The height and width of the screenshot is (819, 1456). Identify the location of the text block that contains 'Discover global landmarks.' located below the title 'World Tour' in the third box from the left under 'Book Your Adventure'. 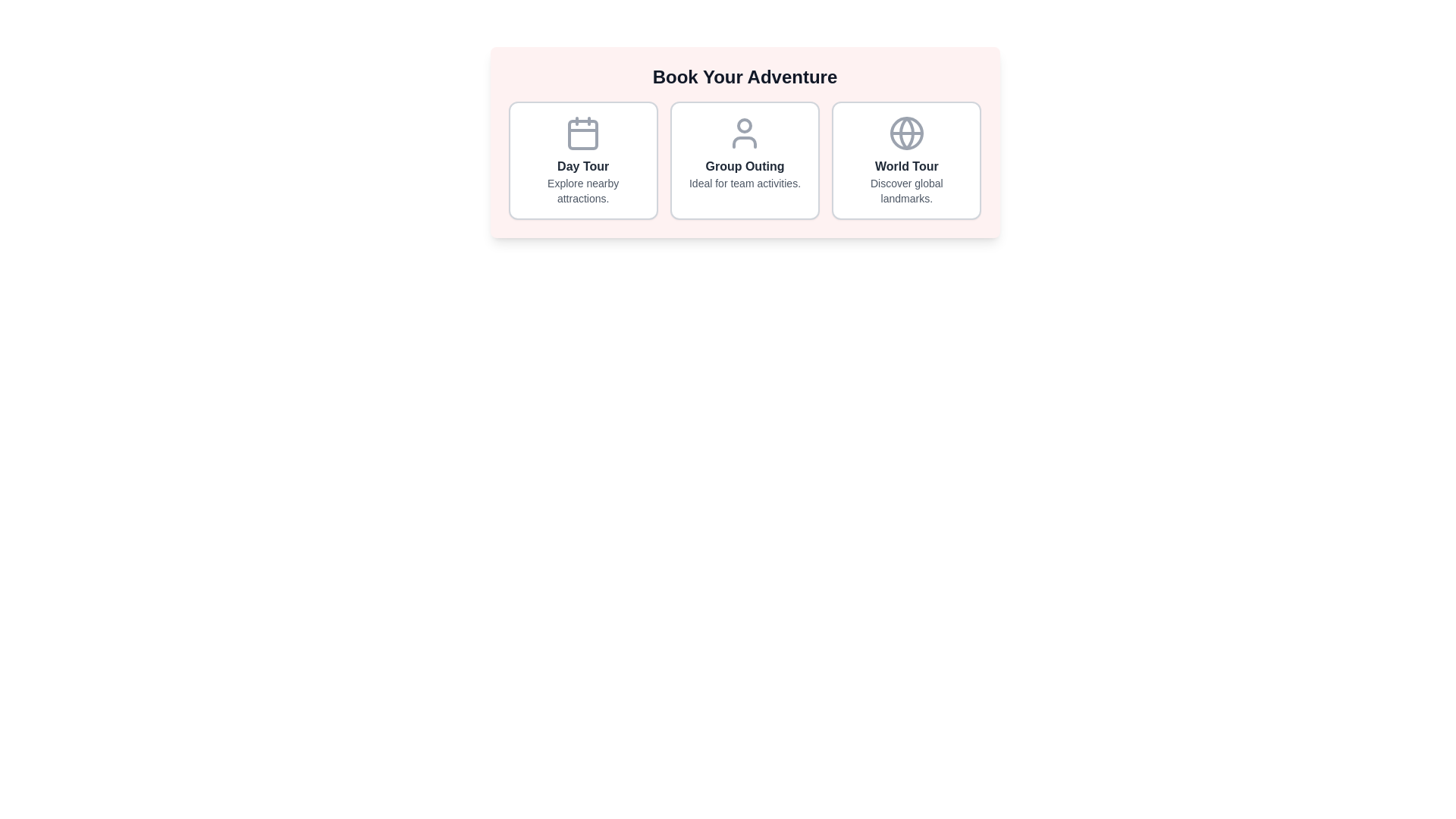
(906, 190).